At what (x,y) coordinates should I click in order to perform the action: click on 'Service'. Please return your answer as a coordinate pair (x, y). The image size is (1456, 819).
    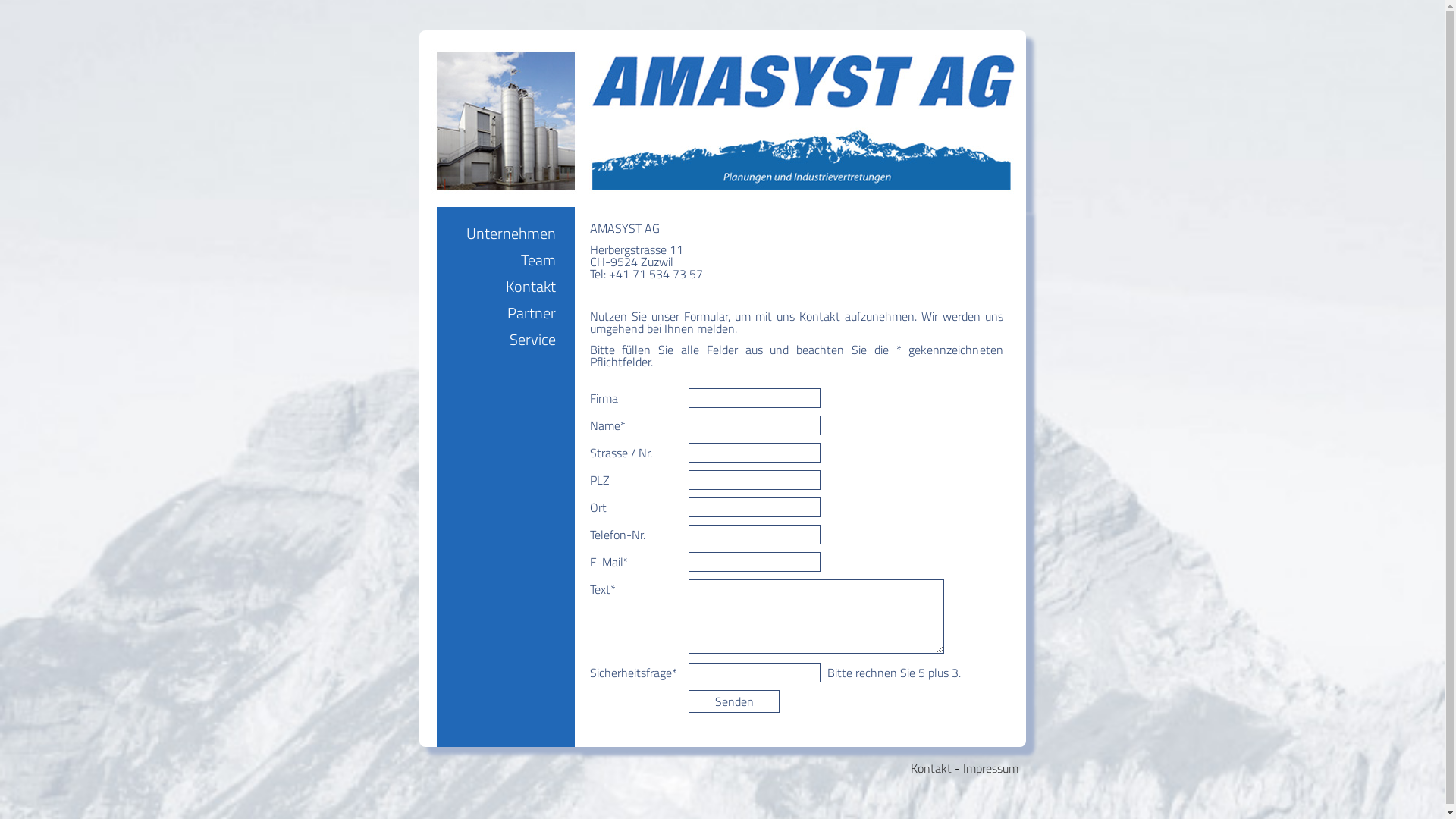
    Looking at the image, I should click on (532, 338).